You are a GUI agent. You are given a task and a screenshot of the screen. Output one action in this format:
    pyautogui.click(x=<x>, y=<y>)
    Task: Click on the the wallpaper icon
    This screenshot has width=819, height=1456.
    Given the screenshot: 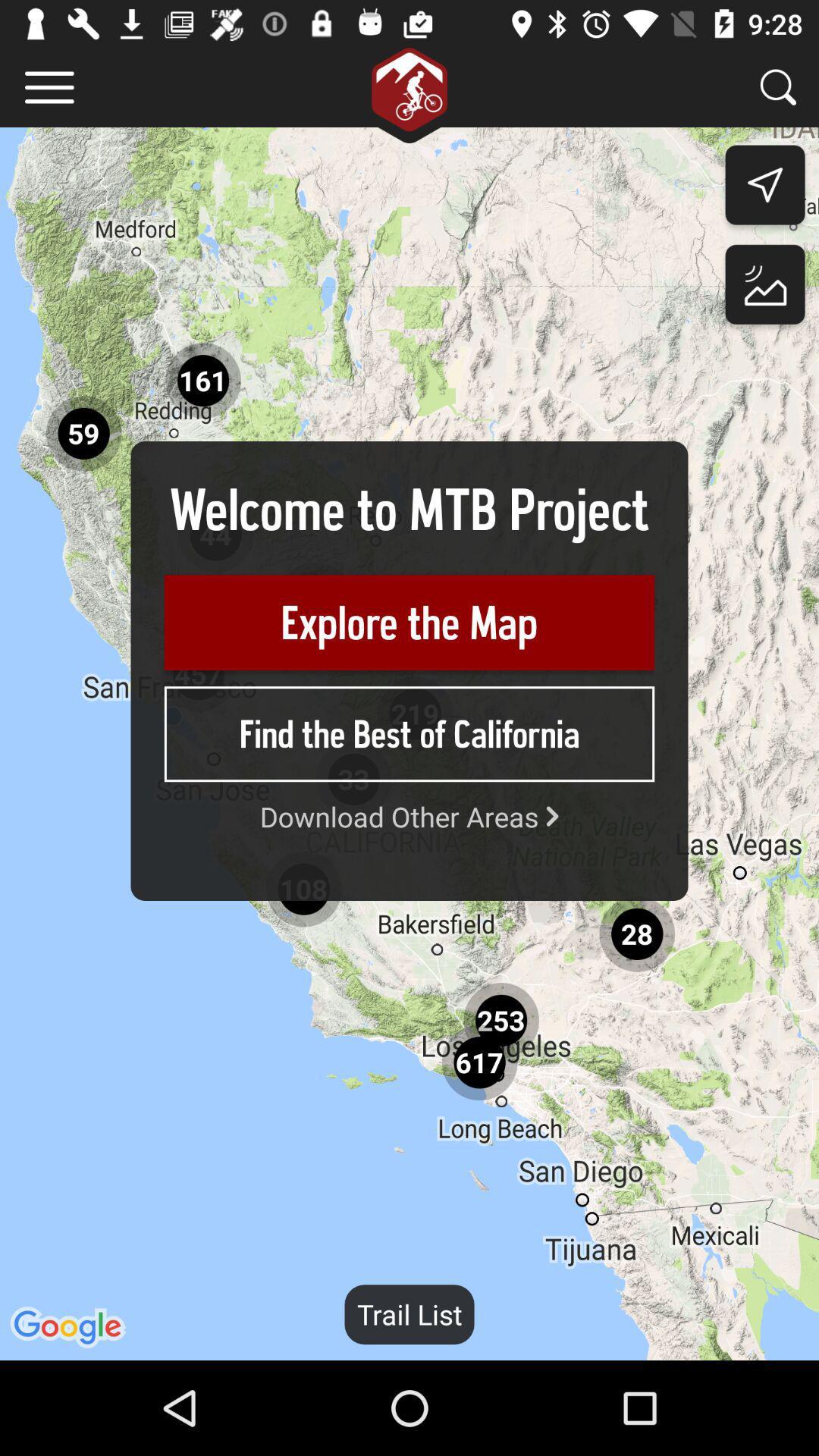 What is the action you would take?
    pyautogui.click(x=765, y=288)
    